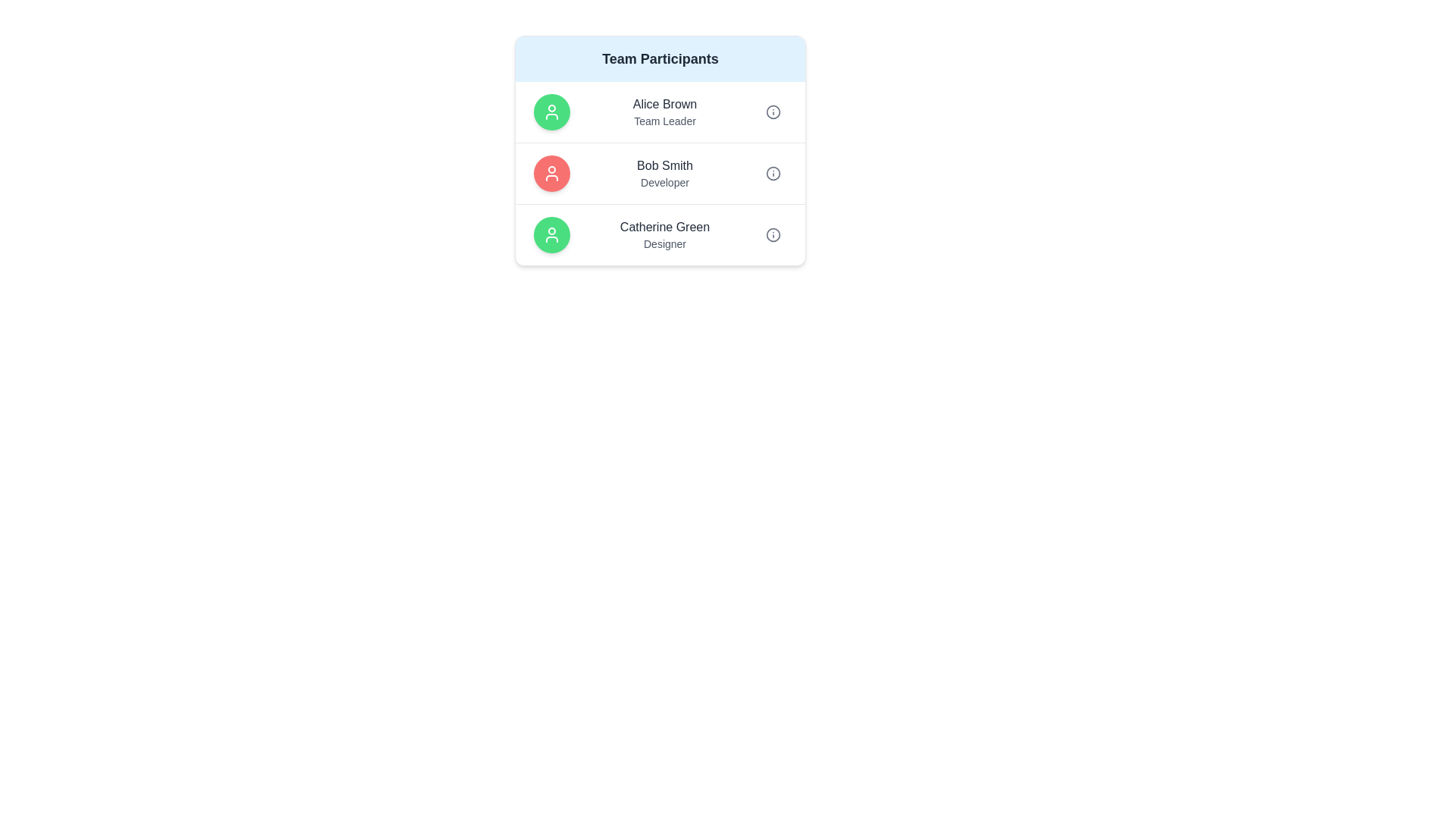 The width and height of the screenshot is (1456, 819). Describe the element at coordinates (665, 234) in the screenshot. I see `the text block displaying 'Catherine Green' and her designation 'Designer', which is the third item in the 'Team Participants' list` at that location.